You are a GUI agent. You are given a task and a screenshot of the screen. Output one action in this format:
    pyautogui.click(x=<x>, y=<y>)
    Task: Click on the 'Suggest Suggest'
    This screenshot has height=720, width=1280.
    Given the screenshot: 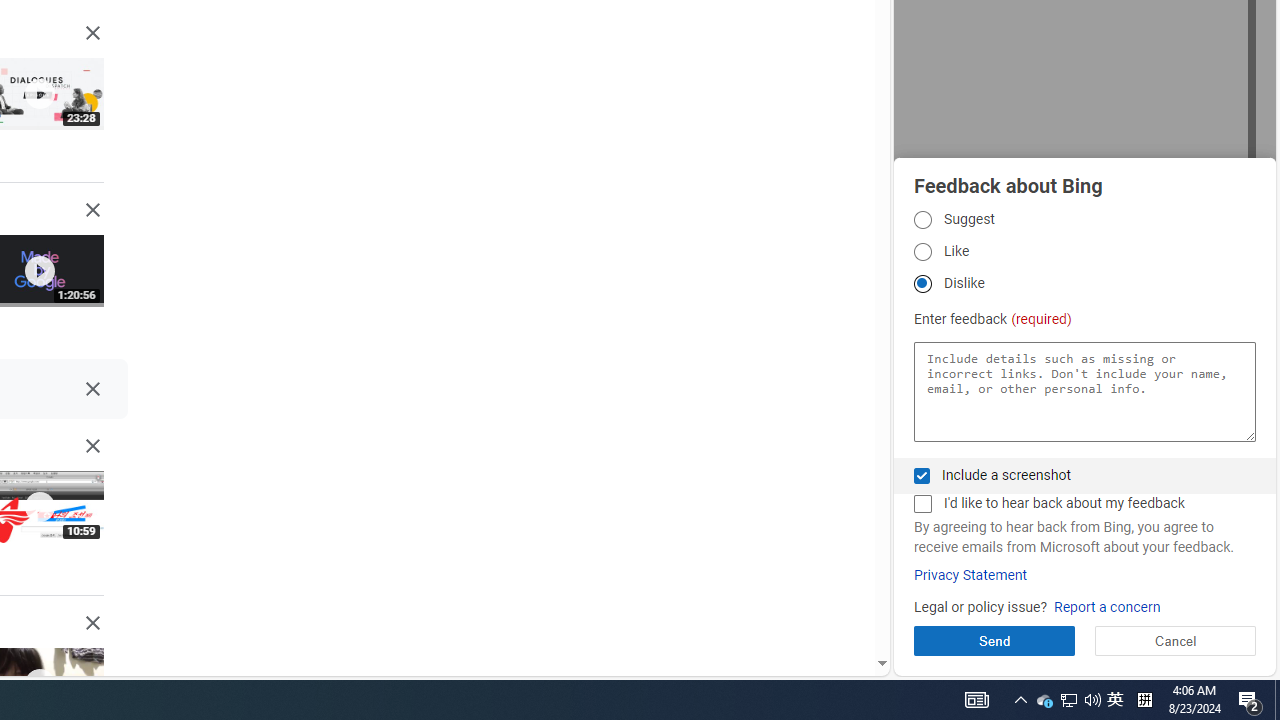 What is the action you would take?
    pyautogui.click(x=921, y=219)
    